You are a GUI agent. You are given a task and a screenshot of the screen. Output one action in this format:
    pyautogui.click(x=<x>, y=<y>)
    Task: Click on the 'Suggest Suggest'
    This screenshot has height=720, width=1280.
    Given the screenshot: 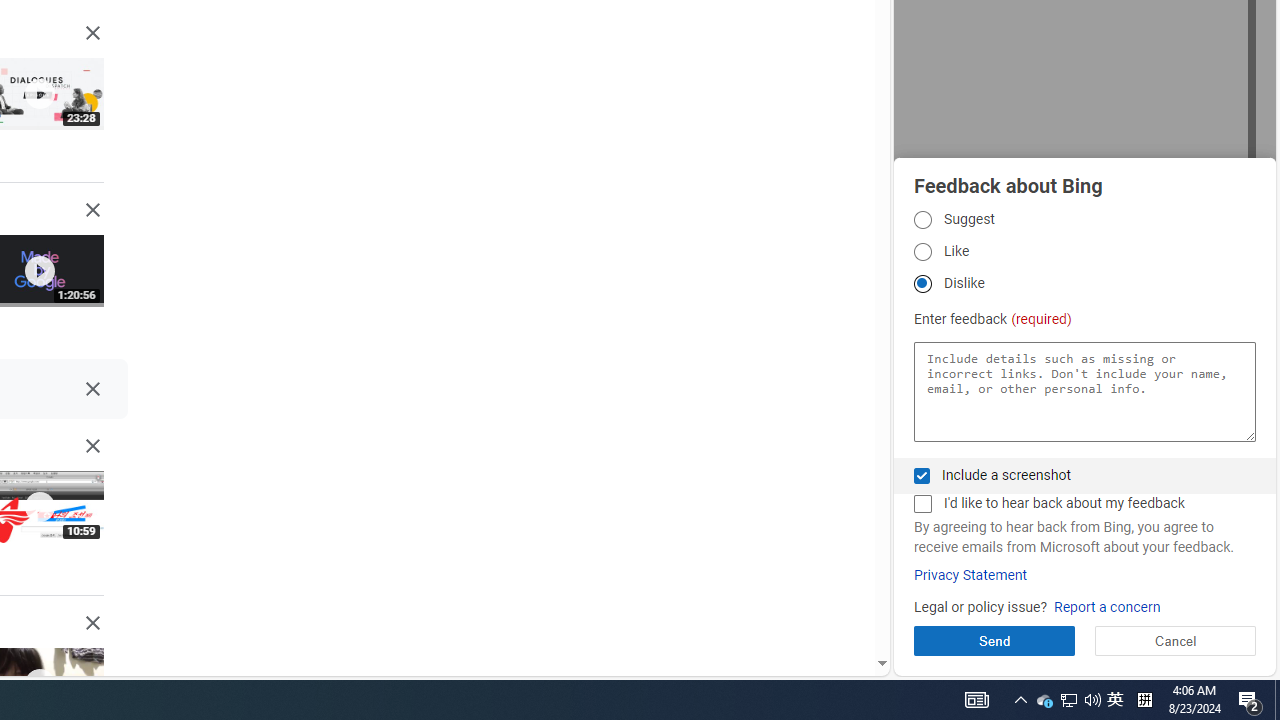 What is the action you would take?
    pyautogui.click(x=921, y=219)
    